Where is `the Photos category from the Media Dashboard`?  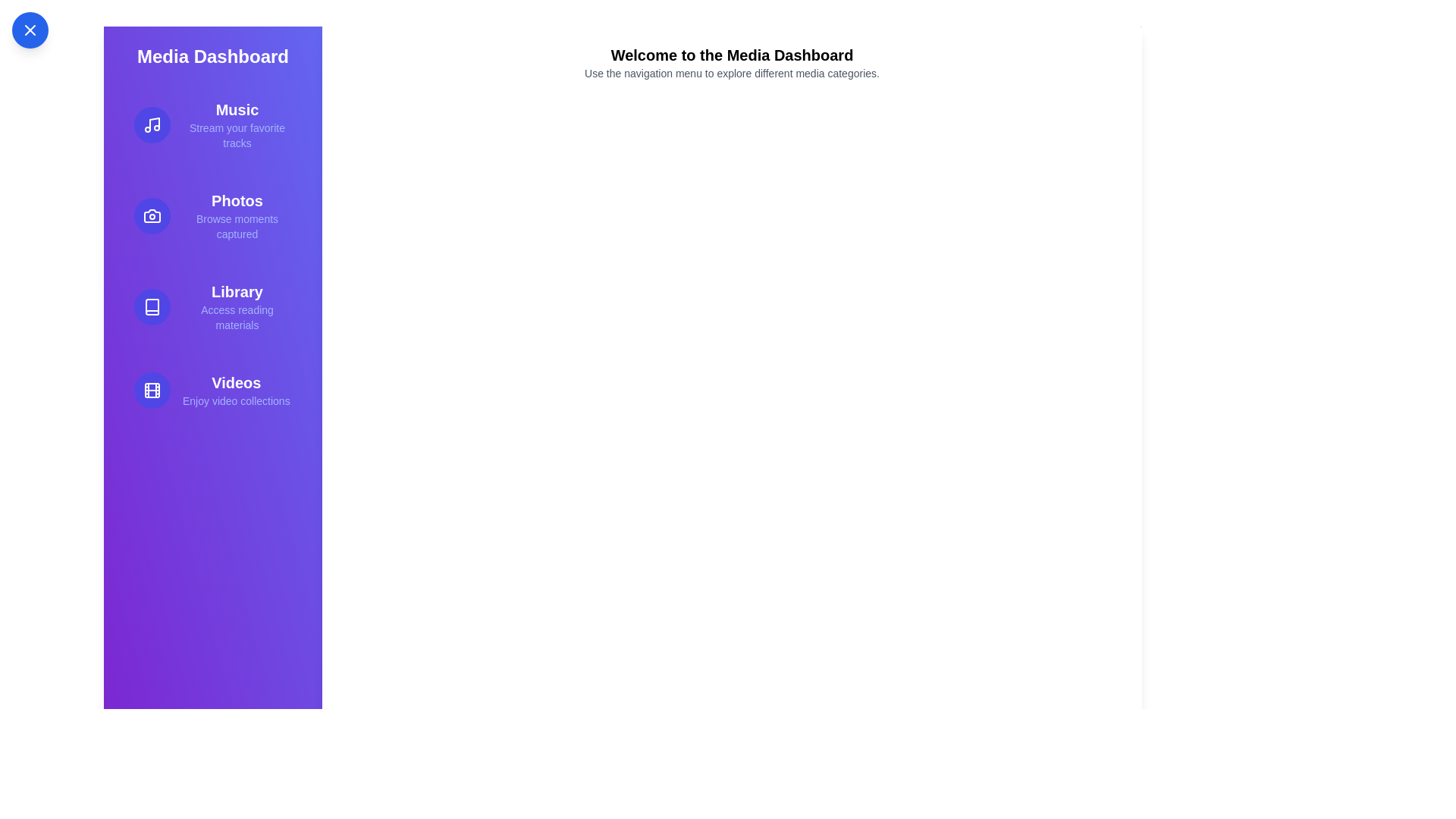 the Photos category from the Media Dashboard is located at coordinates (212, 216).